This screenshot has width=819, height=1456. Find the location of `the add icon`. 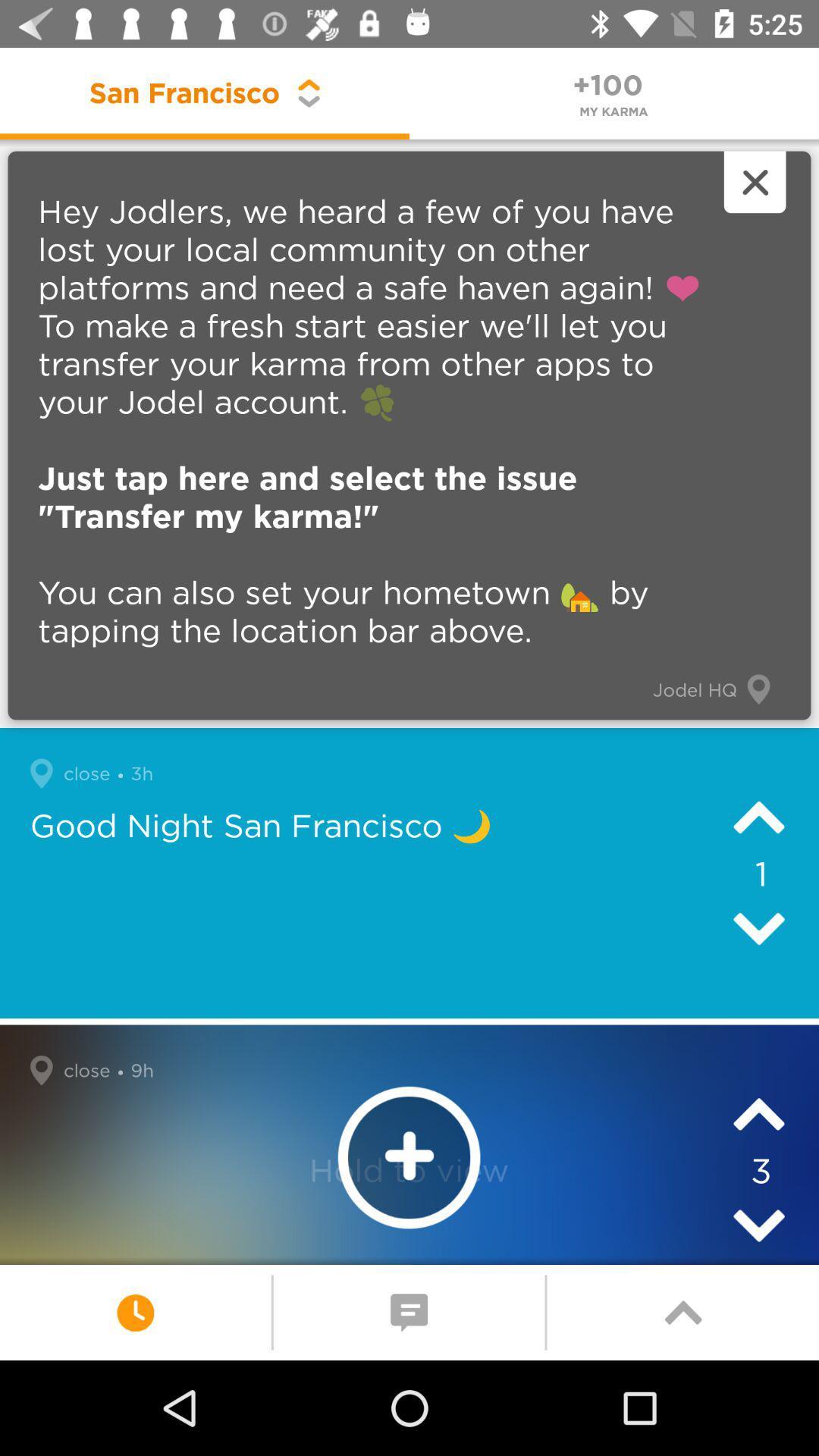

the add icon is located at coordinates (408, 1156).